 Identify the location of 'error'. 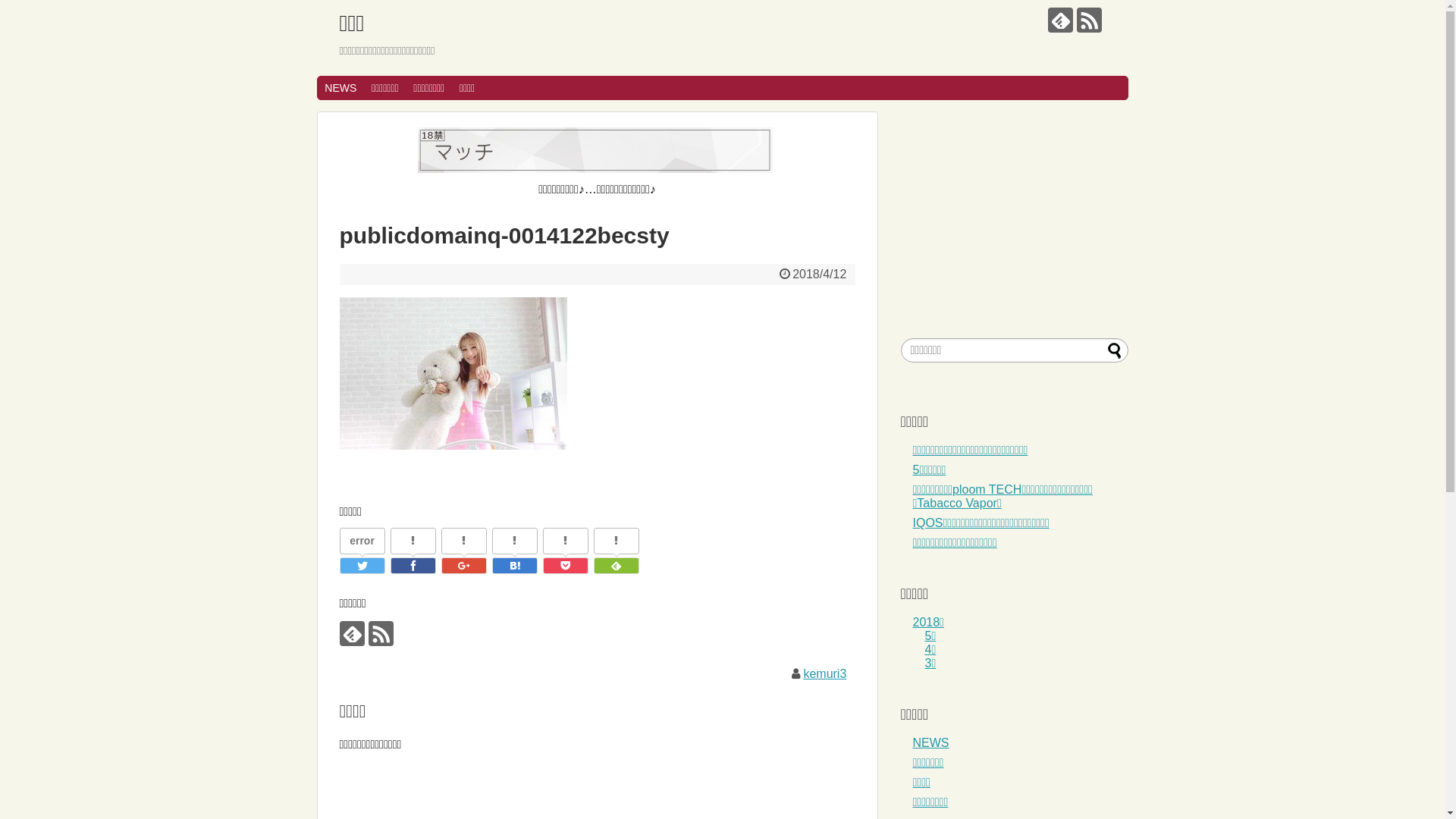
(360, 540).